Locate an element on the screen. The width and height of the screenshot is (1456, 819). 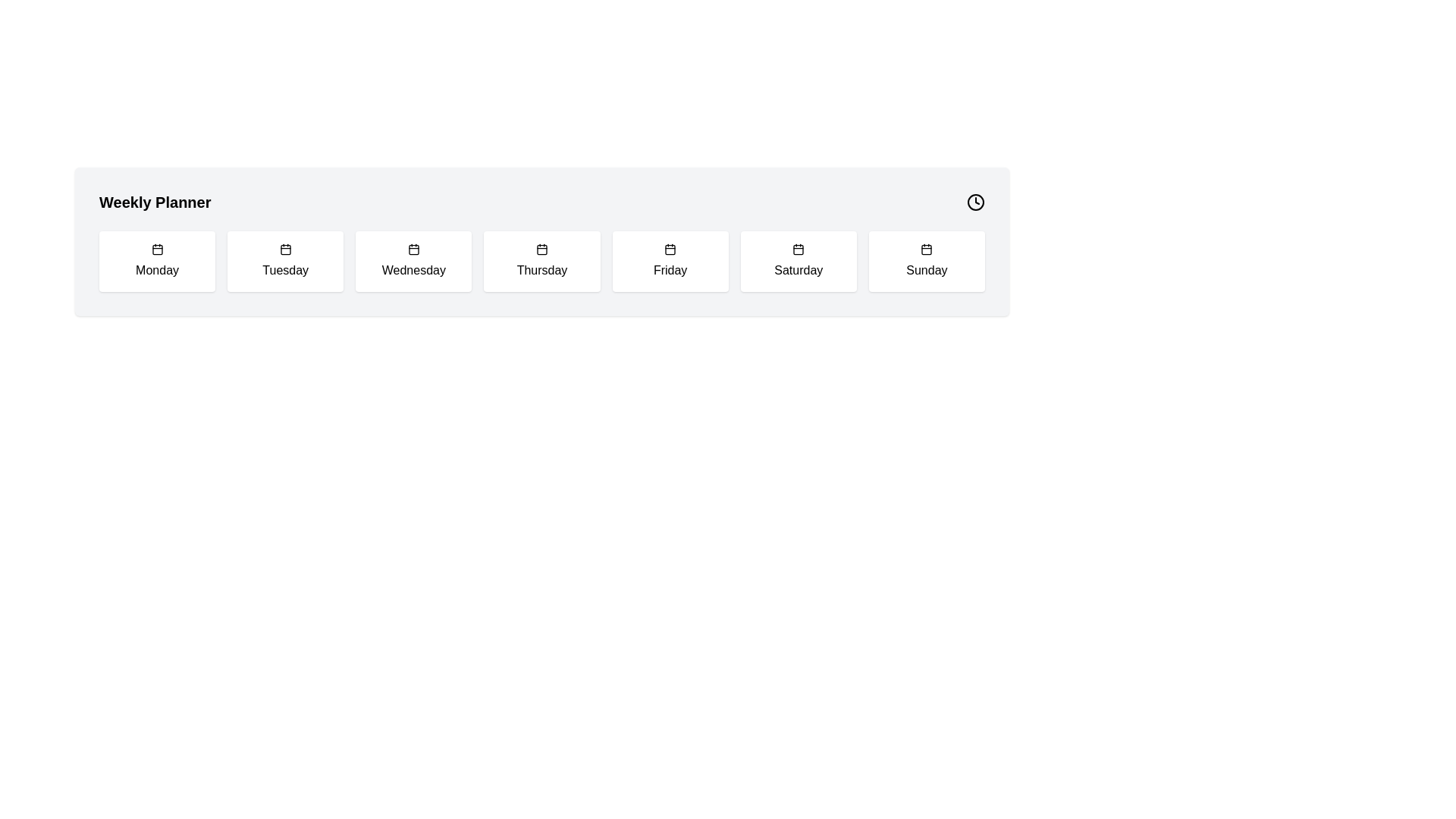
the calendar icon located at the top center of the 'Monday' card in the Weekly Planner grid is located at coordinates (157, 248).